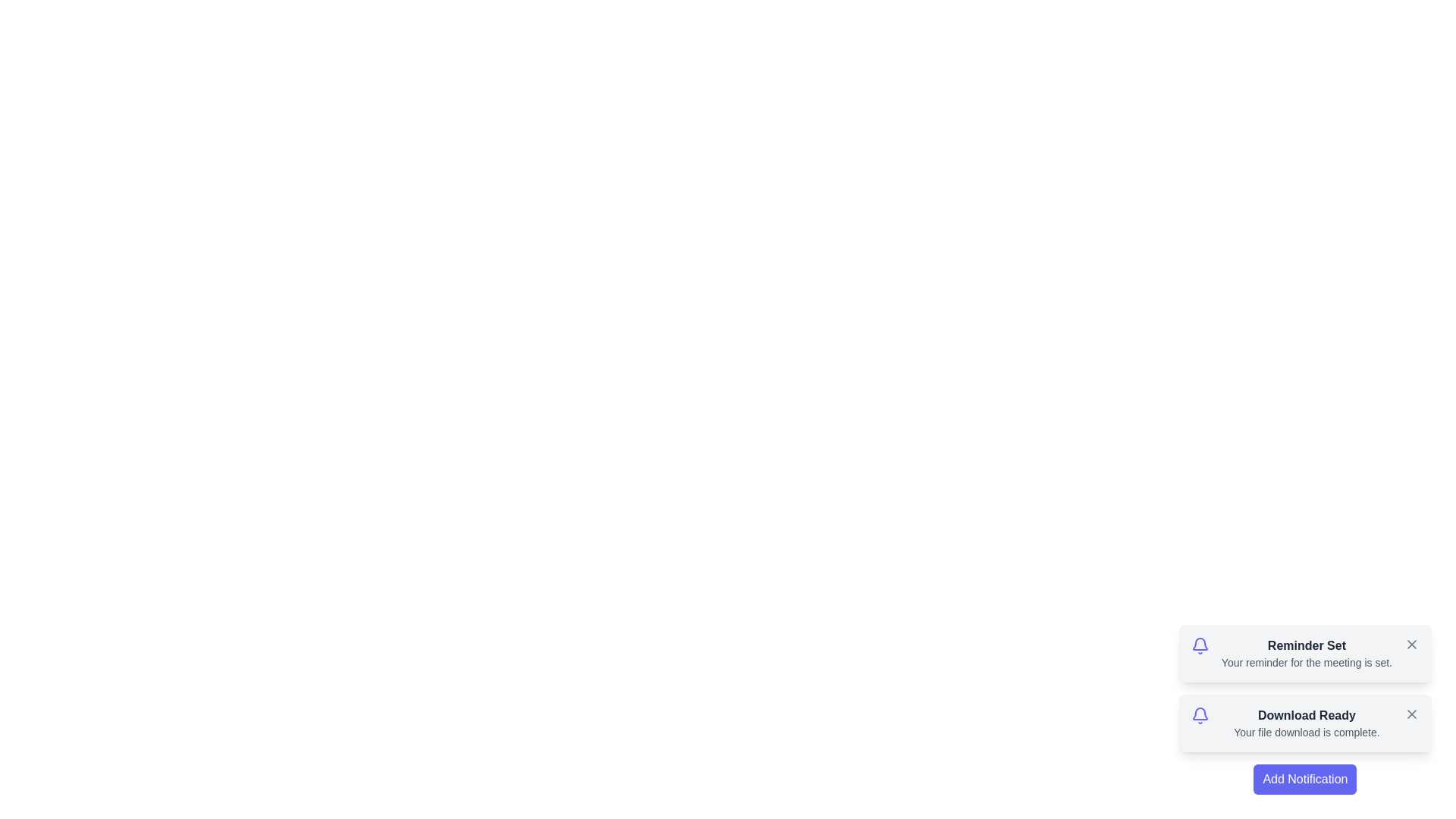 This screenshot has width=1456, height=819. Describe the element at coordinates (1306, 716) in the screenshot. I see `the bold dark gray text label that says 'Download Ready', which is positioned at the top of a notification card in the bottom-right corner of the interface` at that location.